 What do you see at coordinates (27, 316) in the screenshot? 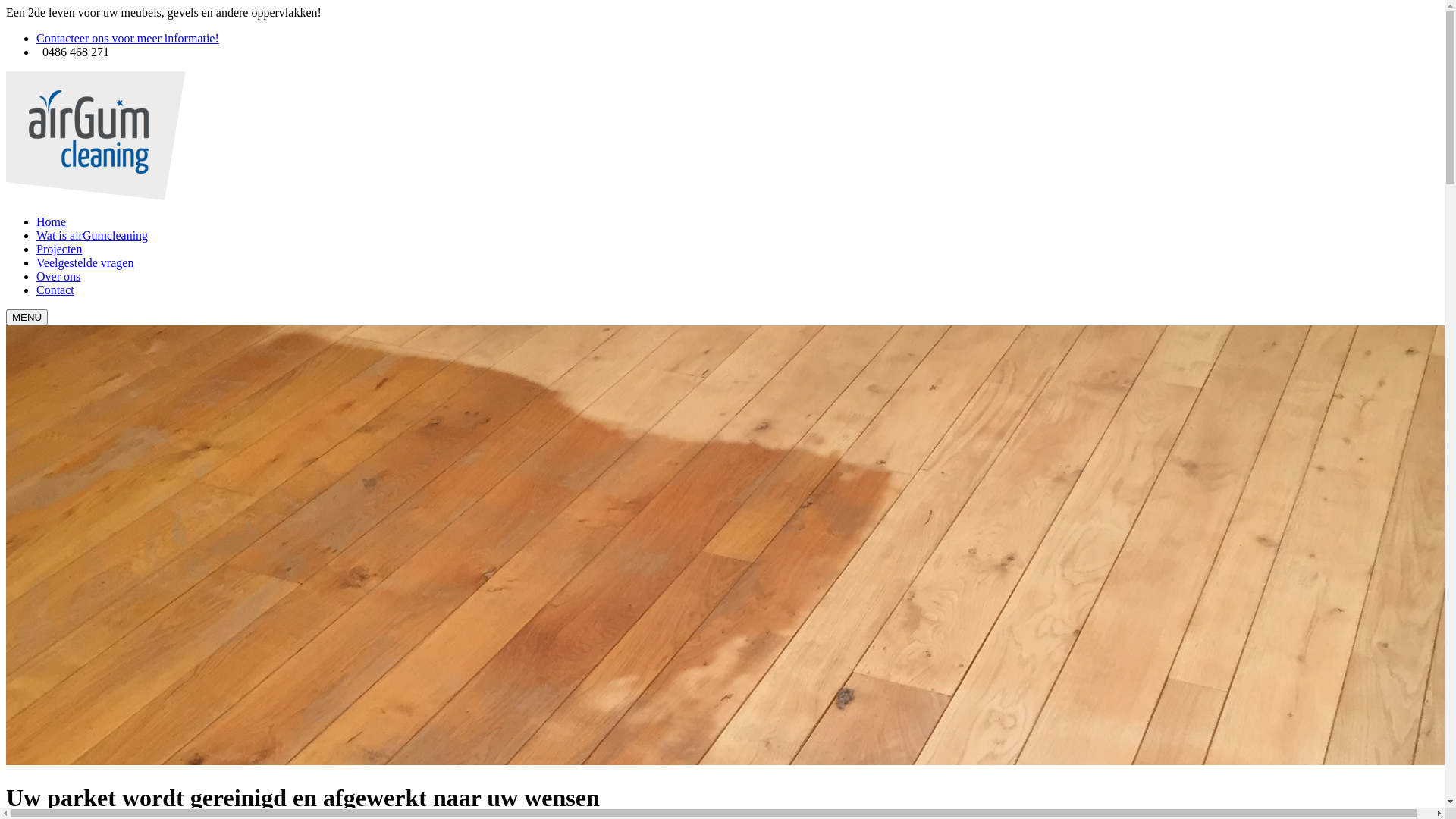
I see `'MENU'` at bounding box center [27, 316].